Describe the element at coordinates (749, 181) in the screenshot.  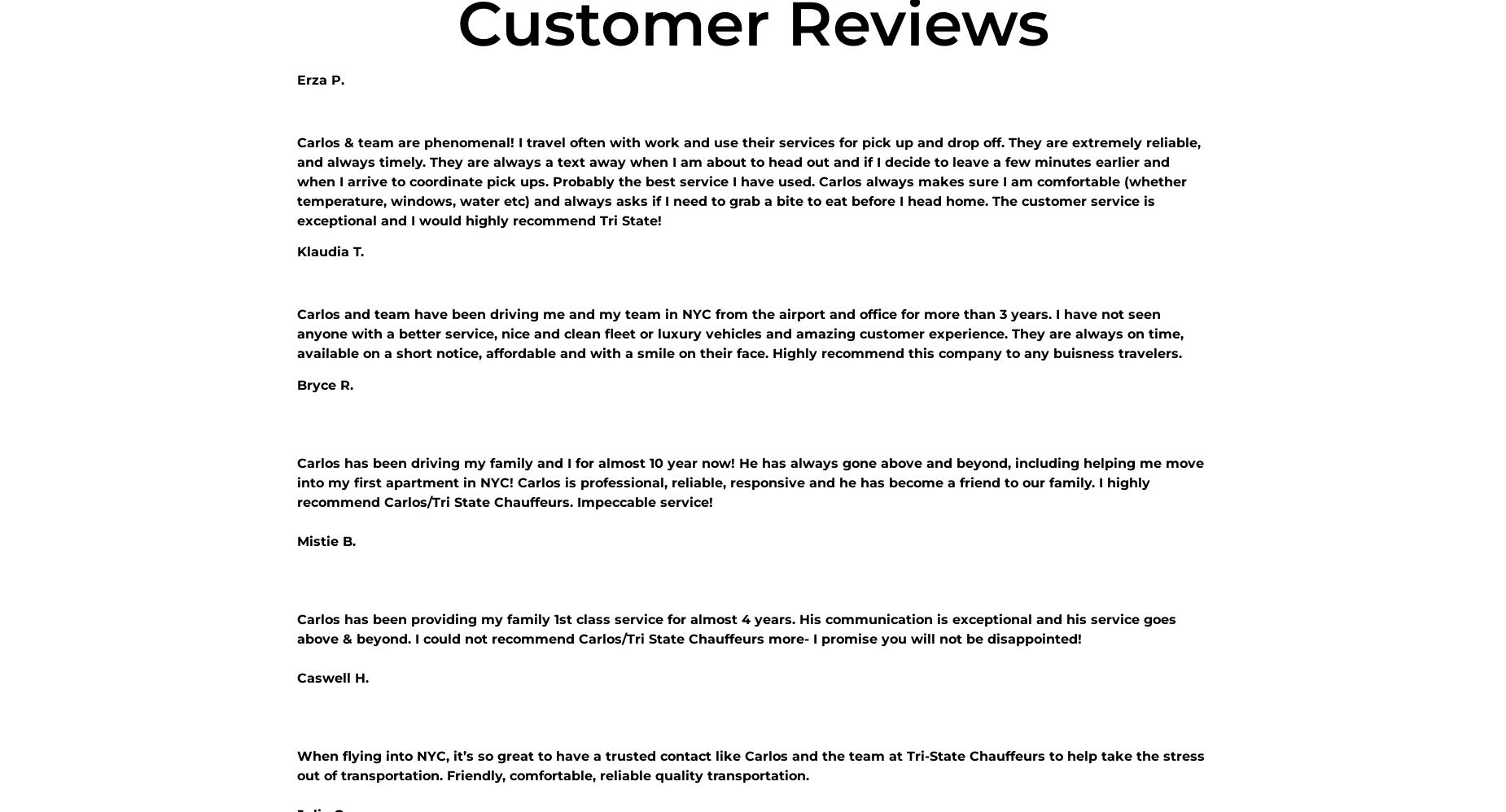
I see `'Carlos & team are phenomenal! I travel often with work and use their services for pick up and drop off. They are extremely reliable, and always timely. They are always a text away when I am about to head out and if I decide to leave a few minutes earlier and when I arrive to coordinate pick ups. Probably the best service I have used. Carlos always makes sure I am comfortable (whether temperature, windows, water etc) and always asks if I need to grab a bite to eat before I head home. The customer service is exceptional and I would highly recommend Tri State!'` at that location.